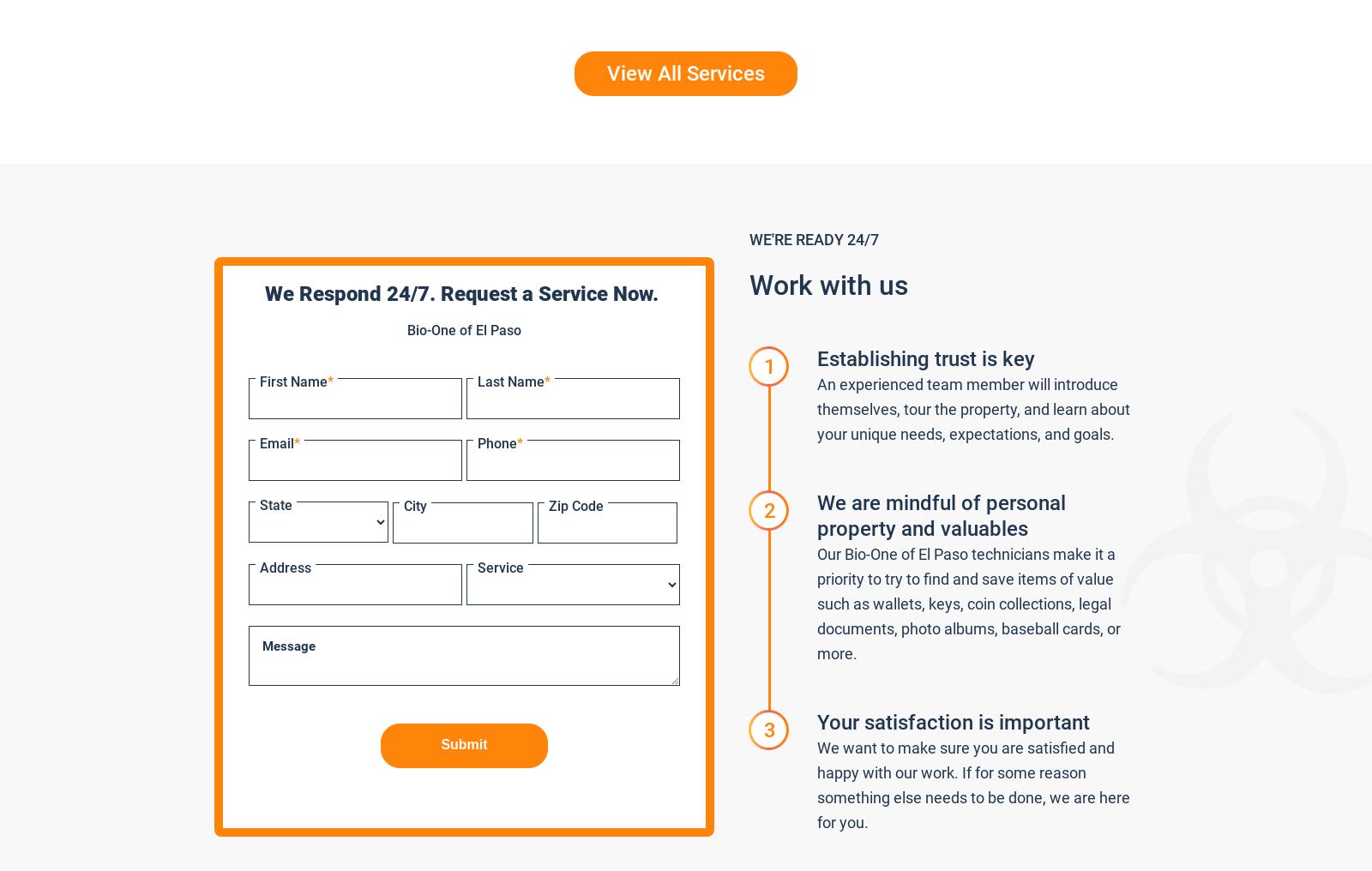 This screenshot has height=871, width=1372. What do you see at coordinates (463, 294) in the screenshot?
I see `'We Respond 24/7. Request a Service Now.'` at bounding box center [463, 294].